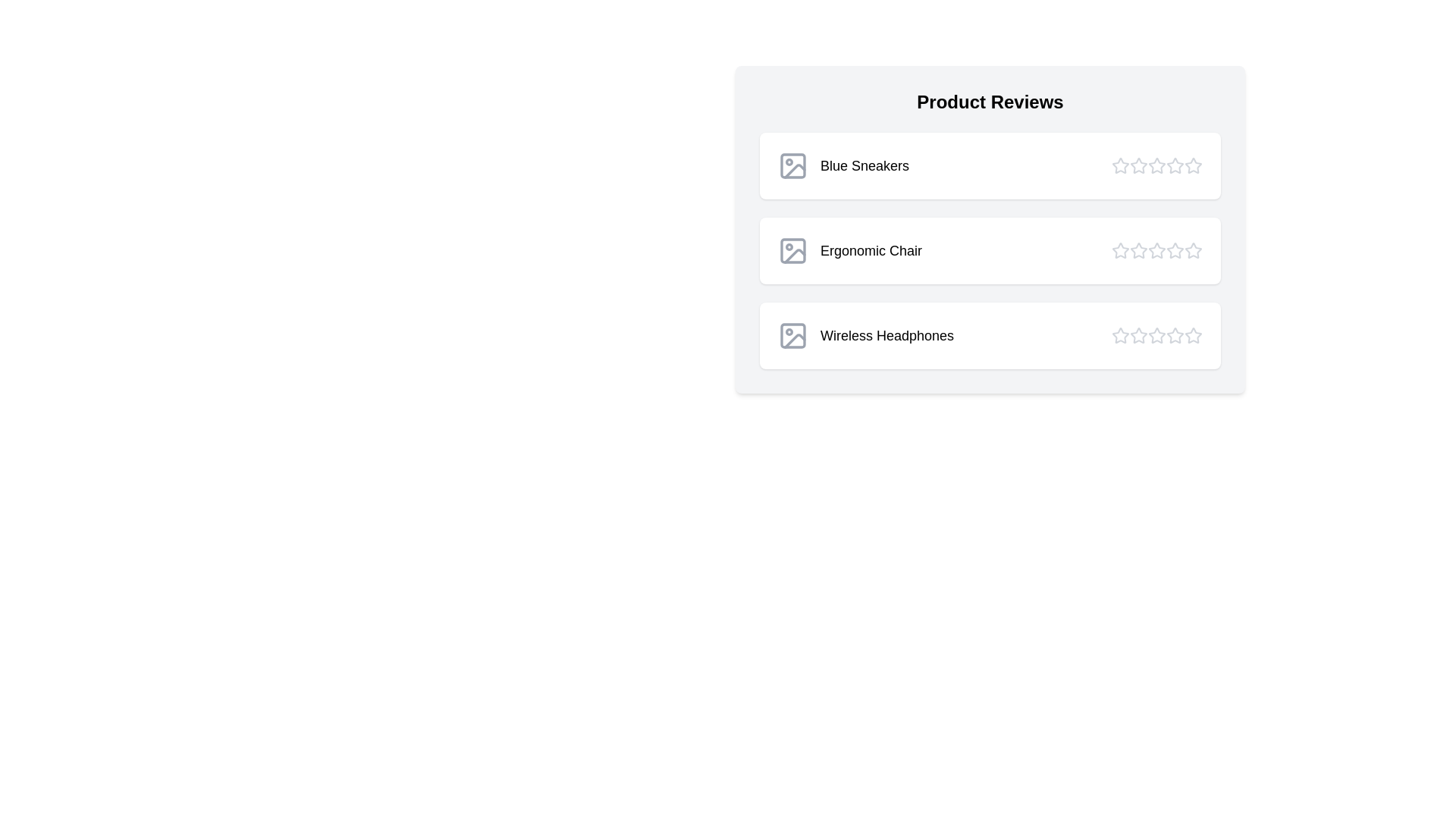 The image size is (1456, 819). What do you see at coordinates (1156, 166) in the screenshot?
I see `the star corresponding to 3 stars for the product Blue Sneakers` at bounding box center [1156, 166].